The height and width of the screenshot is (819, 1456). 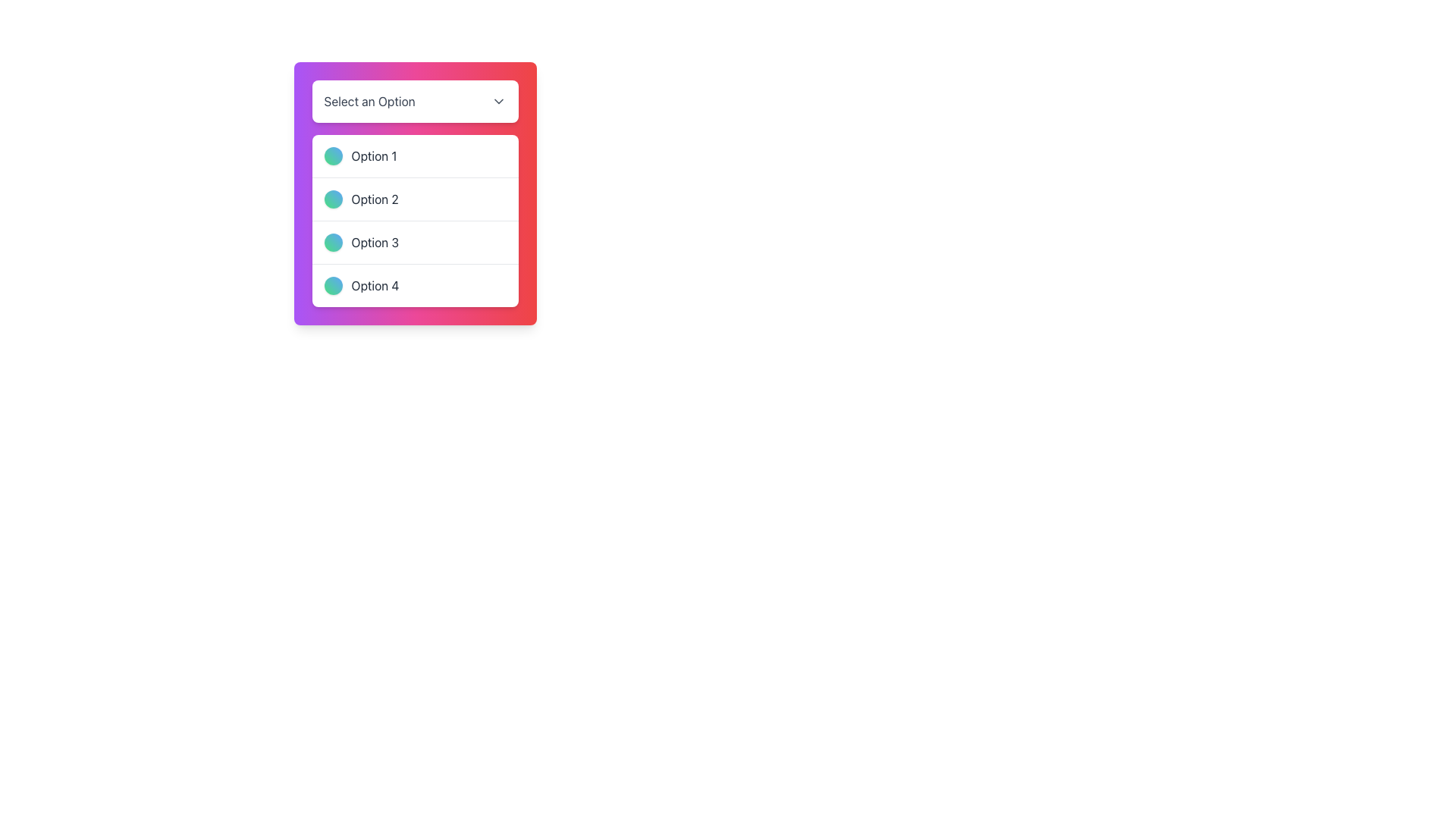 What do you see at coordinates (415, 286) in the screenshot?
I see `the fourth selectable item in the dropdown menu` at bounding box center [415, 286].